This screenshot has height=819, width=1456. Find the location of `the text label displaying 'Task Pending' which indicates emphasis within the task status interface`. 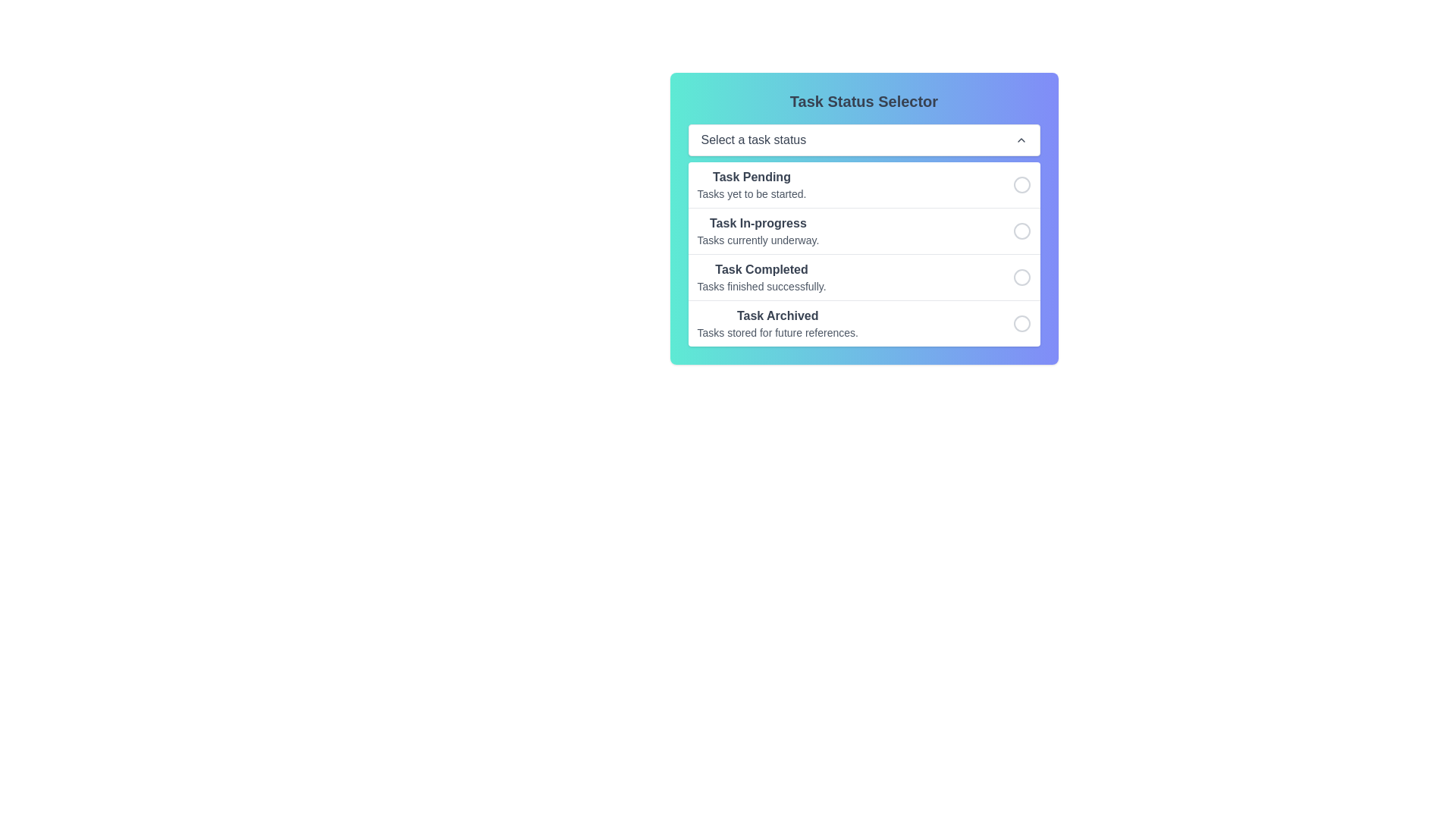

the text label displaying 'Task Pending' which indicates emphasis within the task status interface is located at coordinates (752, 177).